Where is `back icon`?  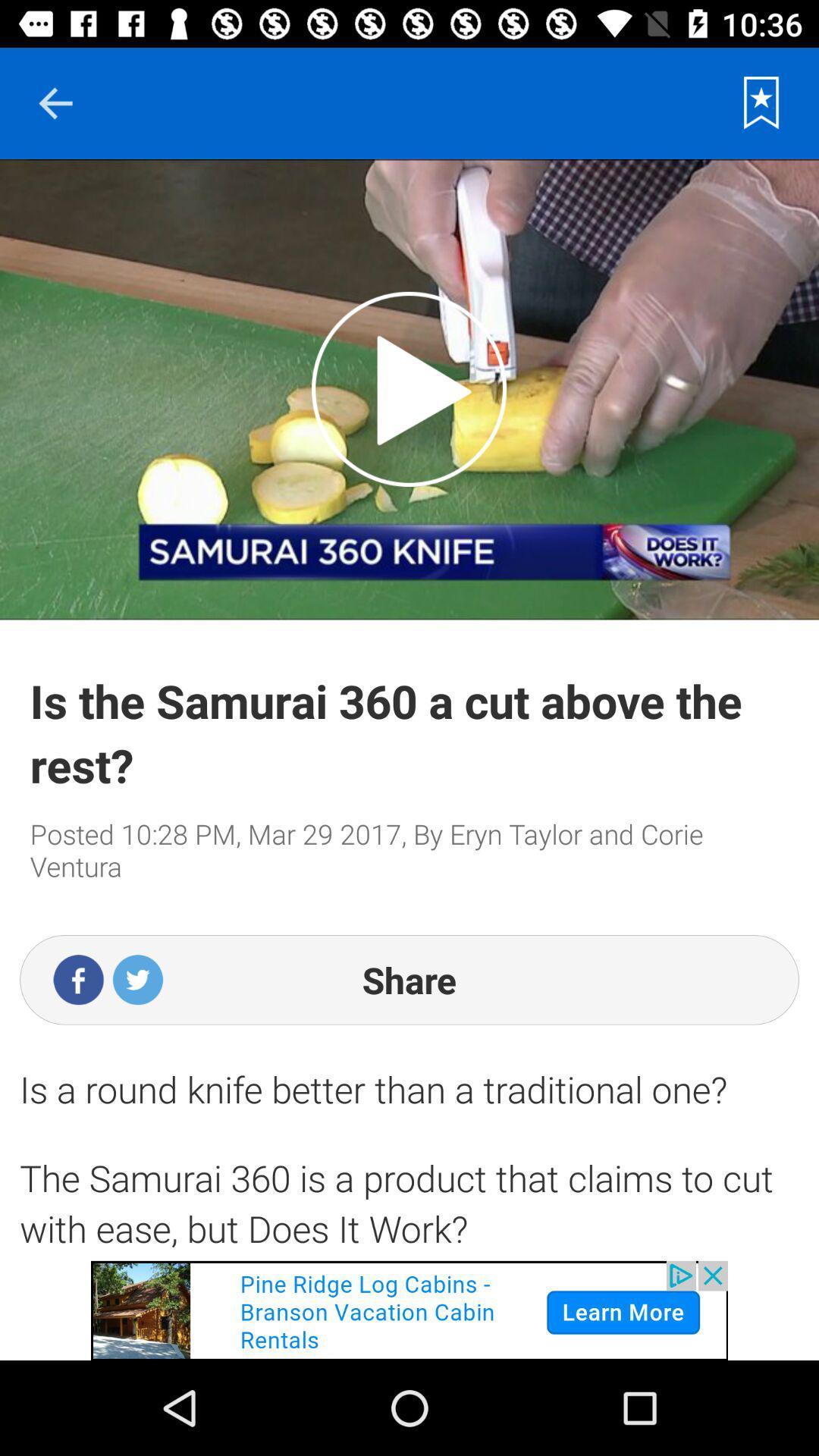 back icon is located at coordinates (55, 102).